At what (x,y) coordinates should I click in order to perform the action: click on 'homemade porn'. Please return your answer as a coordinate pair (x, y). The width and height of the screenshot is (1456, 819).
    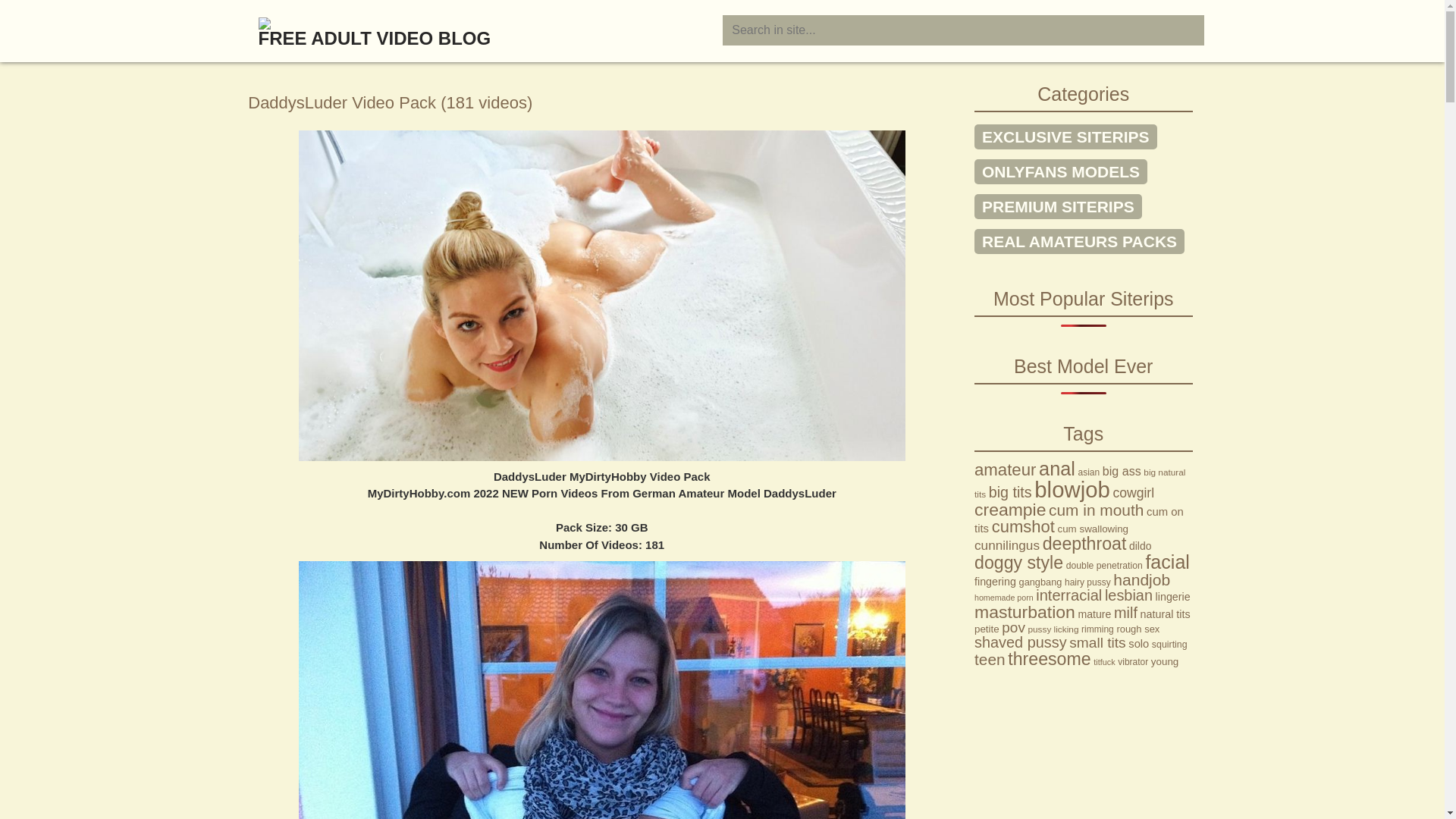
    Looking at the image, I should click on (1004, 596).